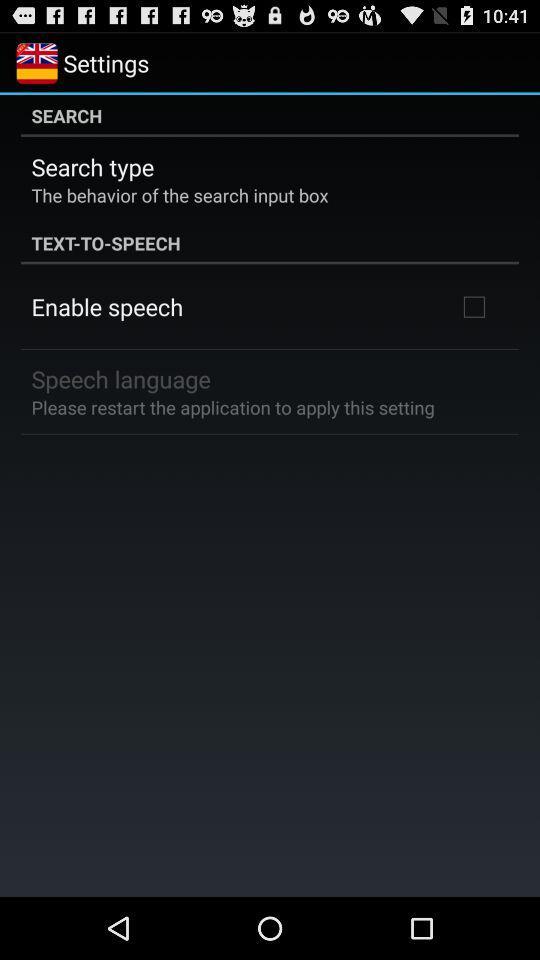  Describe the element at coordinates (270, 241) in the screenshot. I see `the app below the the behavior of` at that location.